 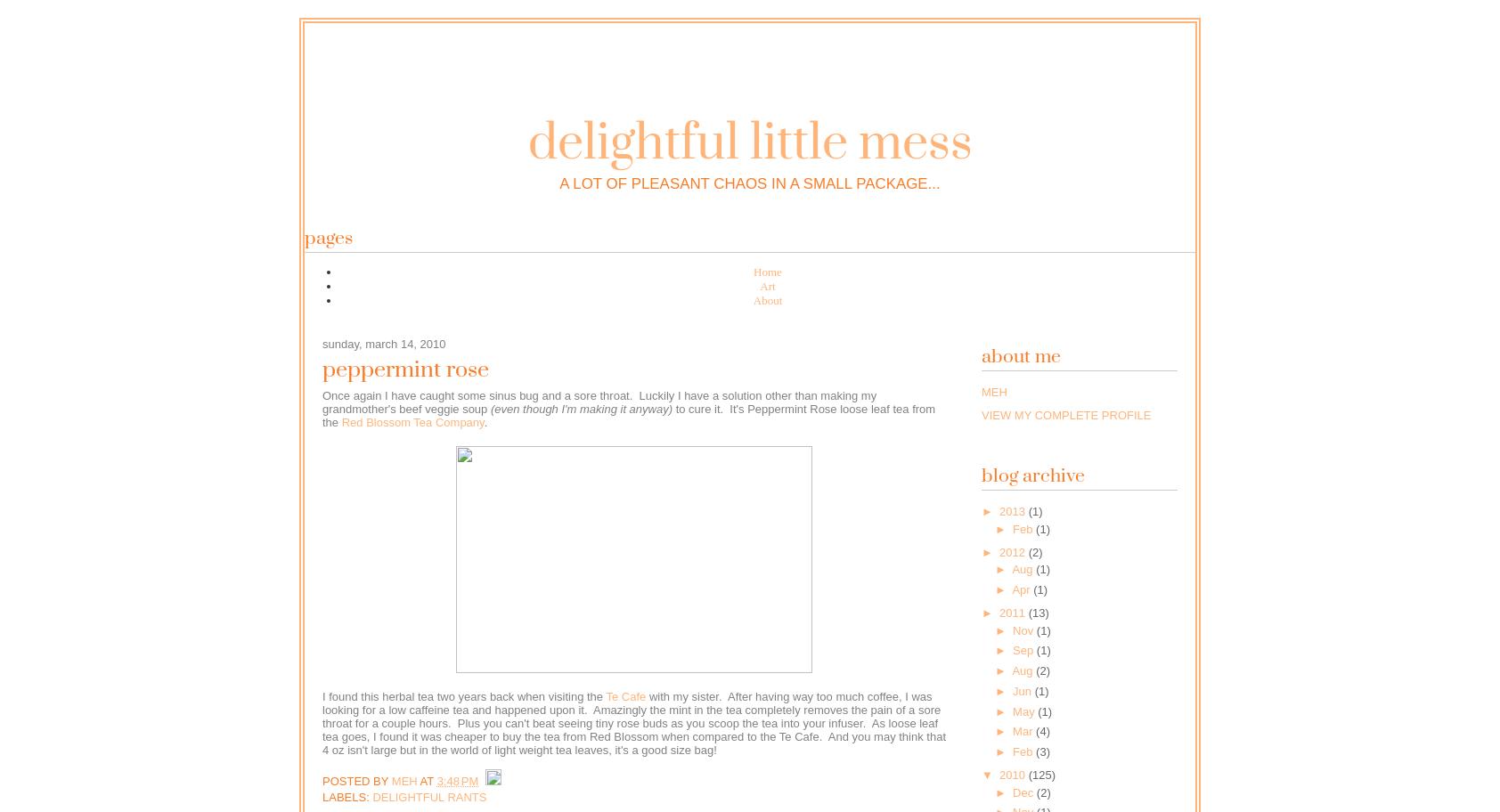 What do you see at coordinates (404, 369) in the screenshot?
I see `'Peppermint Rose'` at bounding box center [404, 369].